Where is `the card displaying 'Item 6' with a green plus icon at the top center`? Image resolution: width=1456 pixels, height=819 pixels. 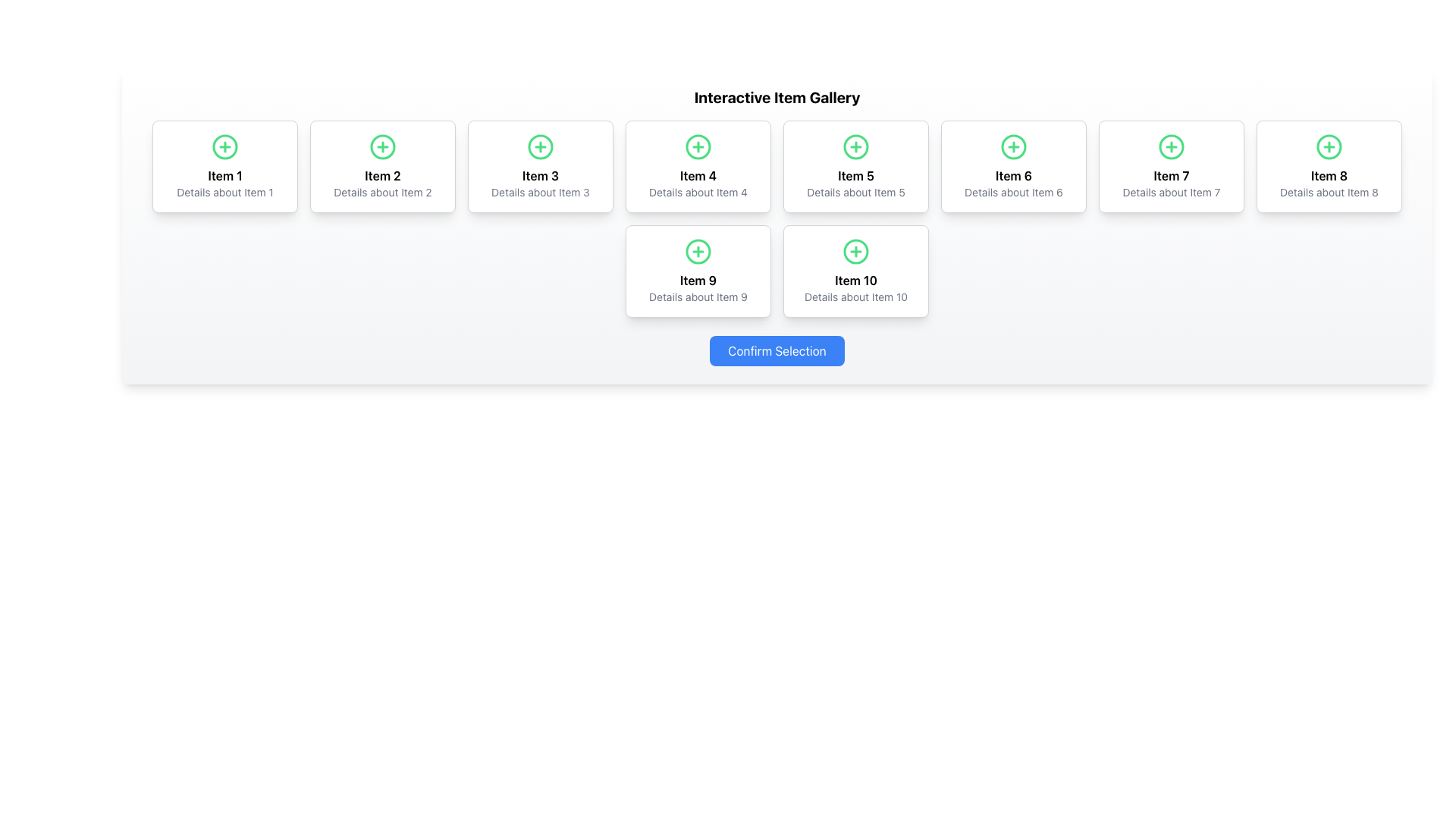 the card displaying 'Item 6' with a green plus icon at the top center is located at coordinates (1014, 166).